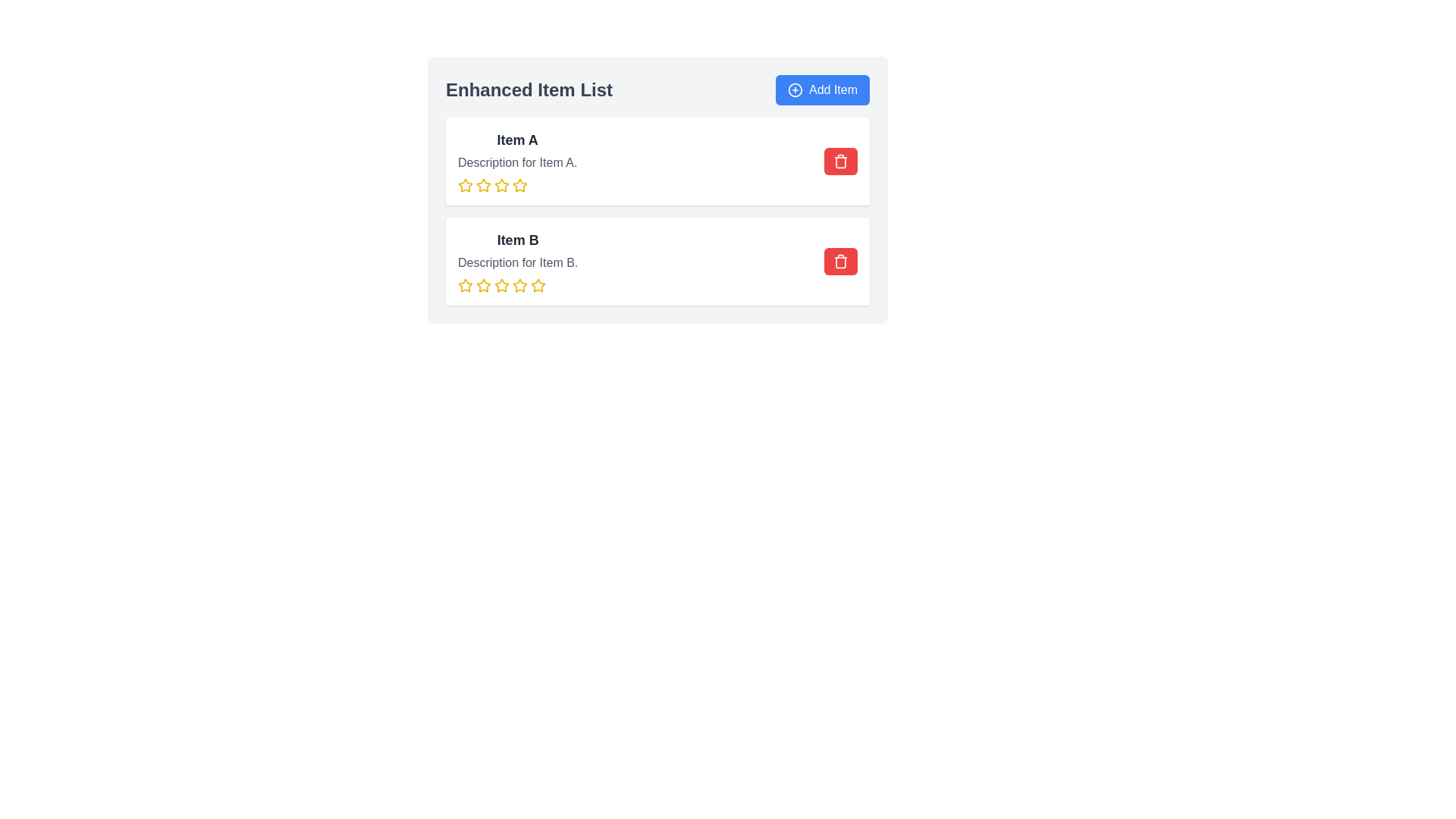 The image size is (1456, 819). I want to click on the fifth star icon in the rating system for 'Item B', which is located below the description text in the second block of the item list, so click(538, 285).